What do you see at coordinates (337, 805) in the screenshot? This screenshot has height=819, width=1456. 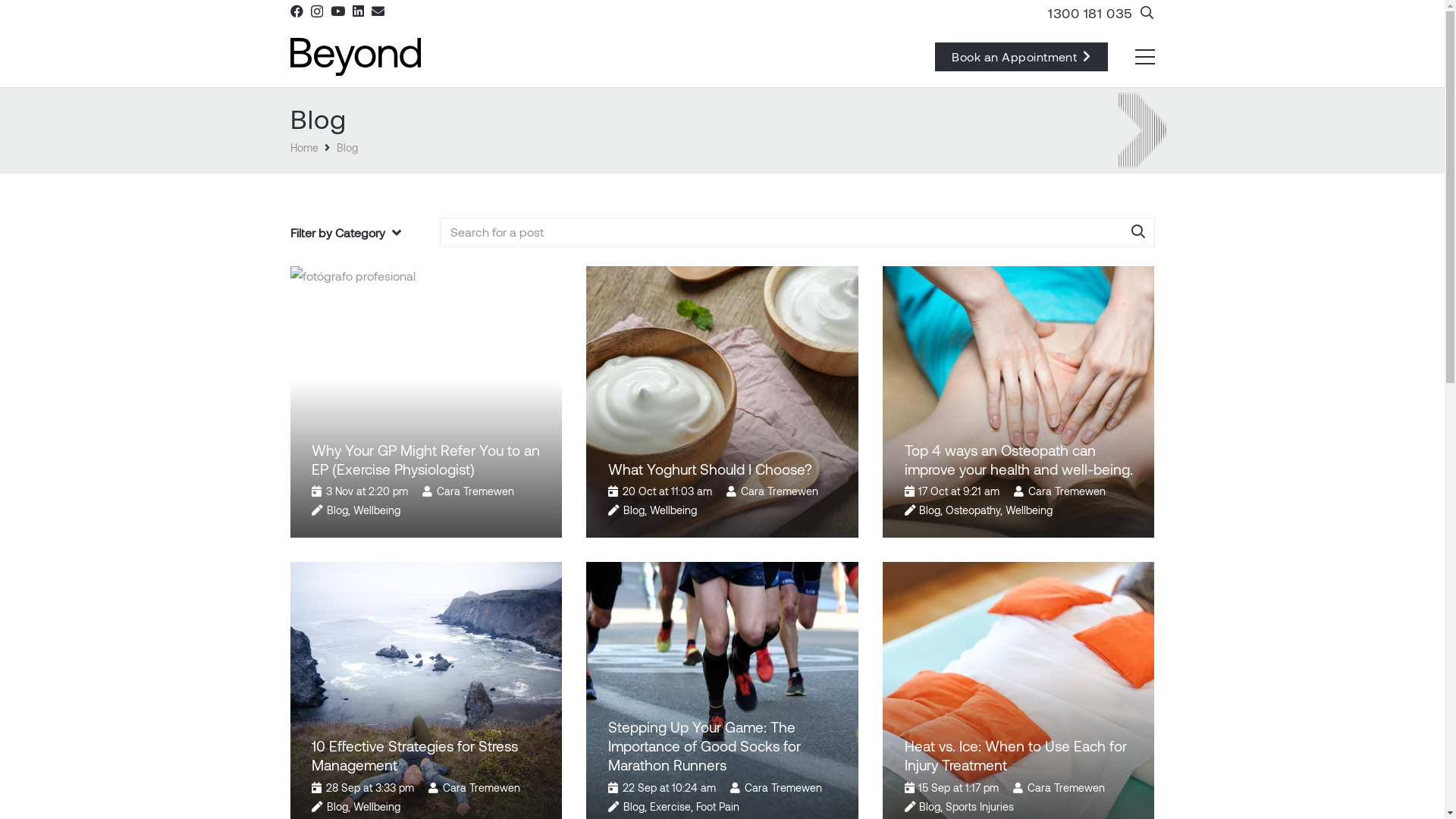 I see `'Blog'` at bounding box center [337, 805].